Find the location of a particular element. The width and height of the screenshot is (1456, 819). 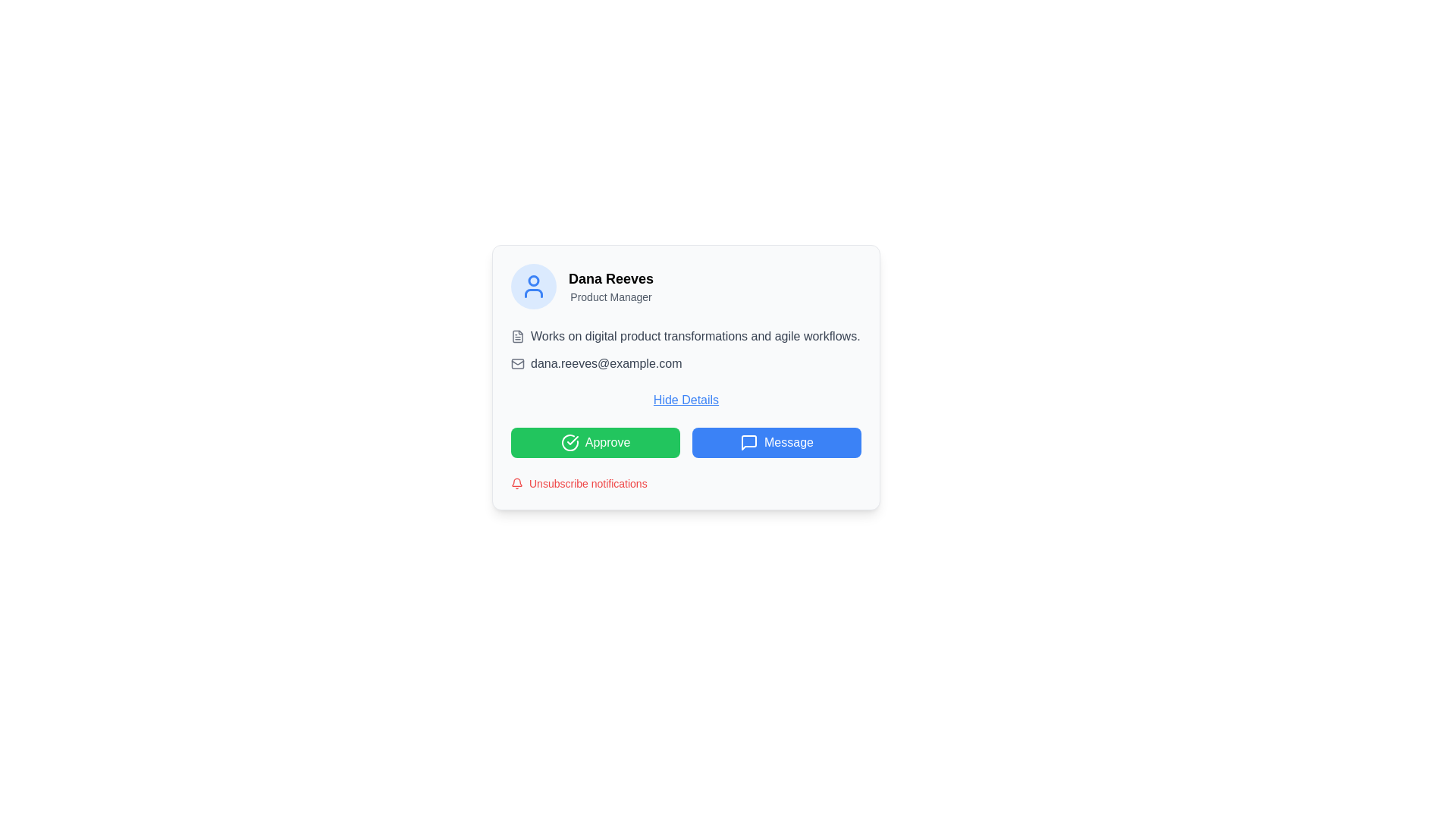

displayed information from the Text label that provides the identity and role of a person, located in the upper center of the card, to the right of a person icon is located at coordinates (611, 287).